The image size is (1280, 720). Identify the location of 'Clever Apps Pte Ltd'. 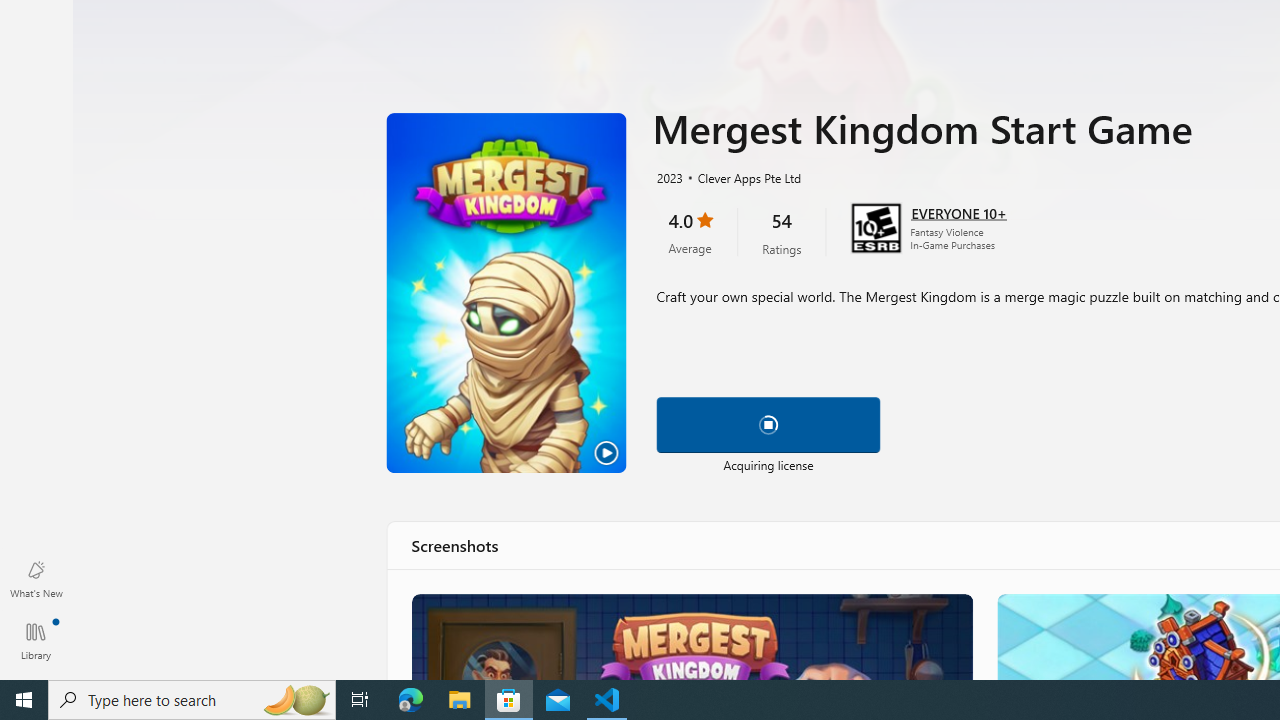
(740, 176).